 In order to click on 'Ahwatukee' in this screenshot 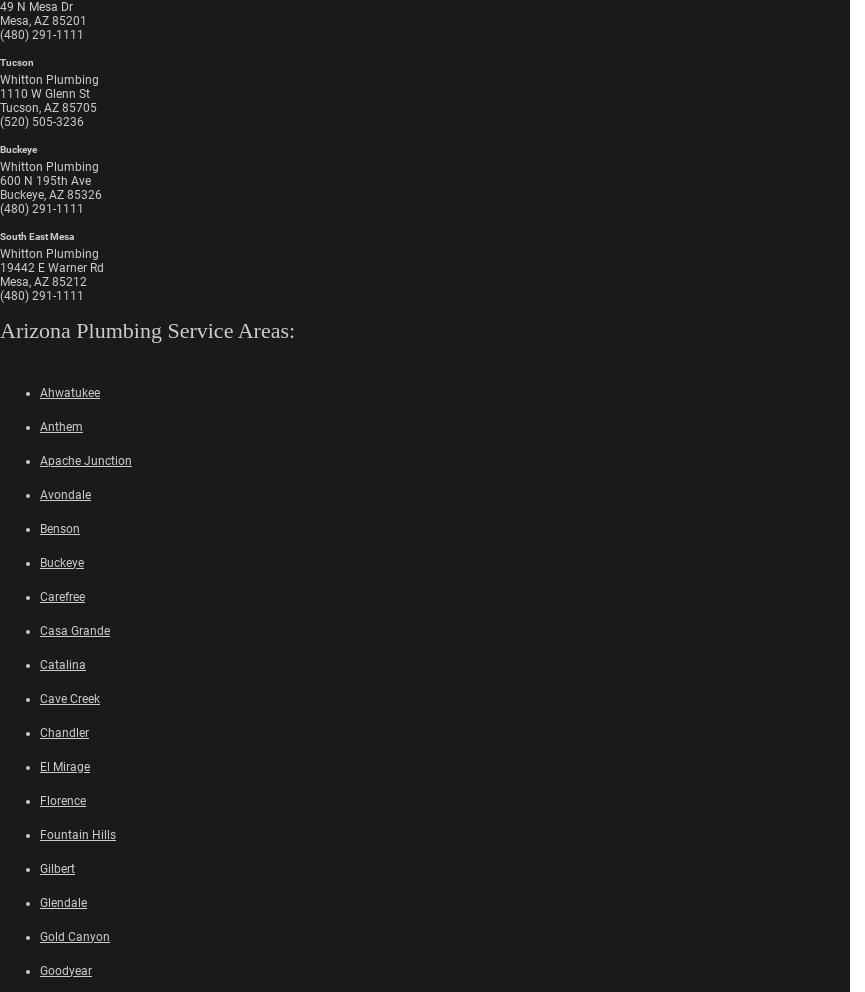, I will do `click(69, 392)`.